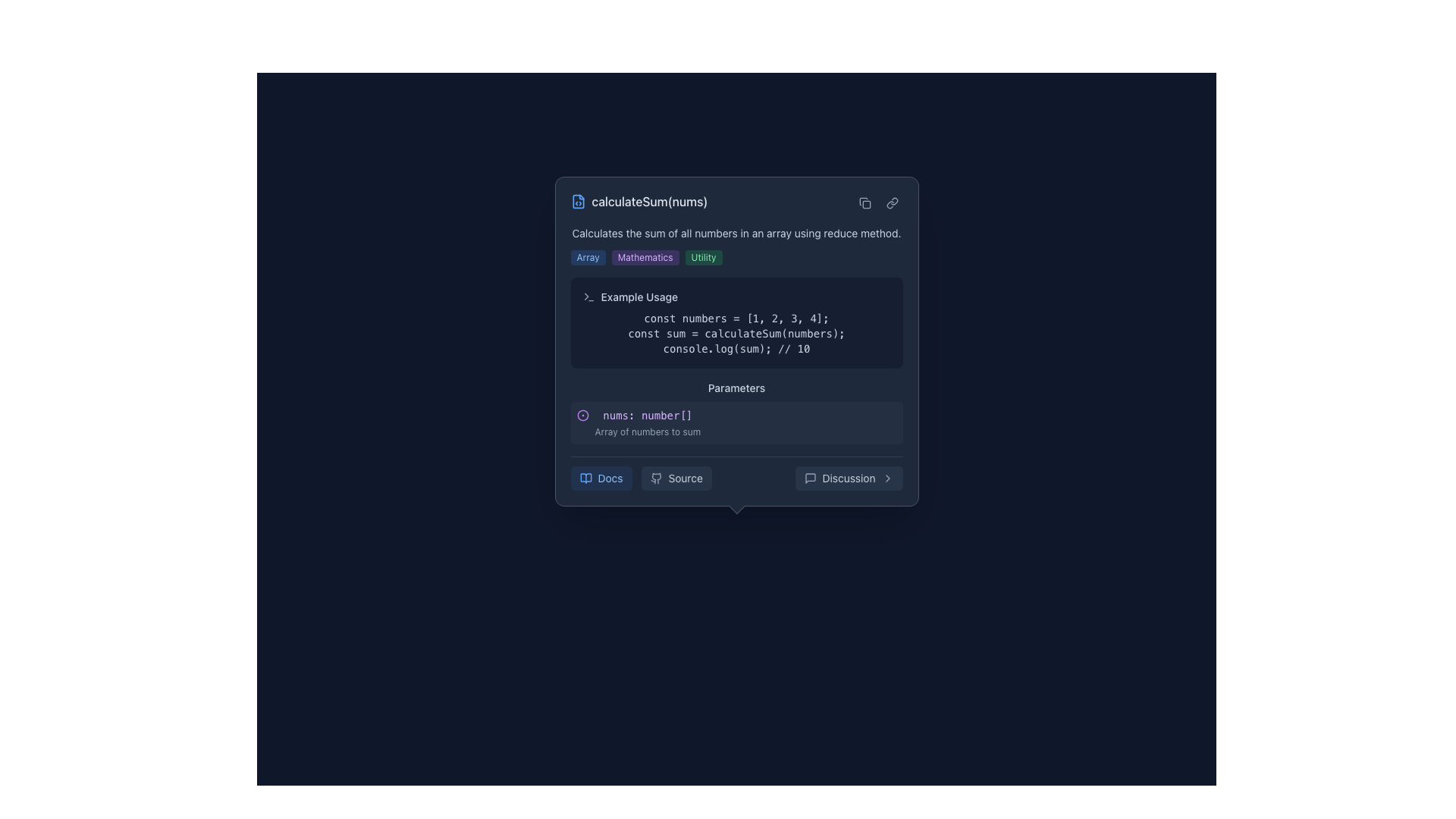  I want to click on the right-pointing chevron icon that indicates forward navigation, located at the far right side of the 'Discussion' button, so click(887, 479).